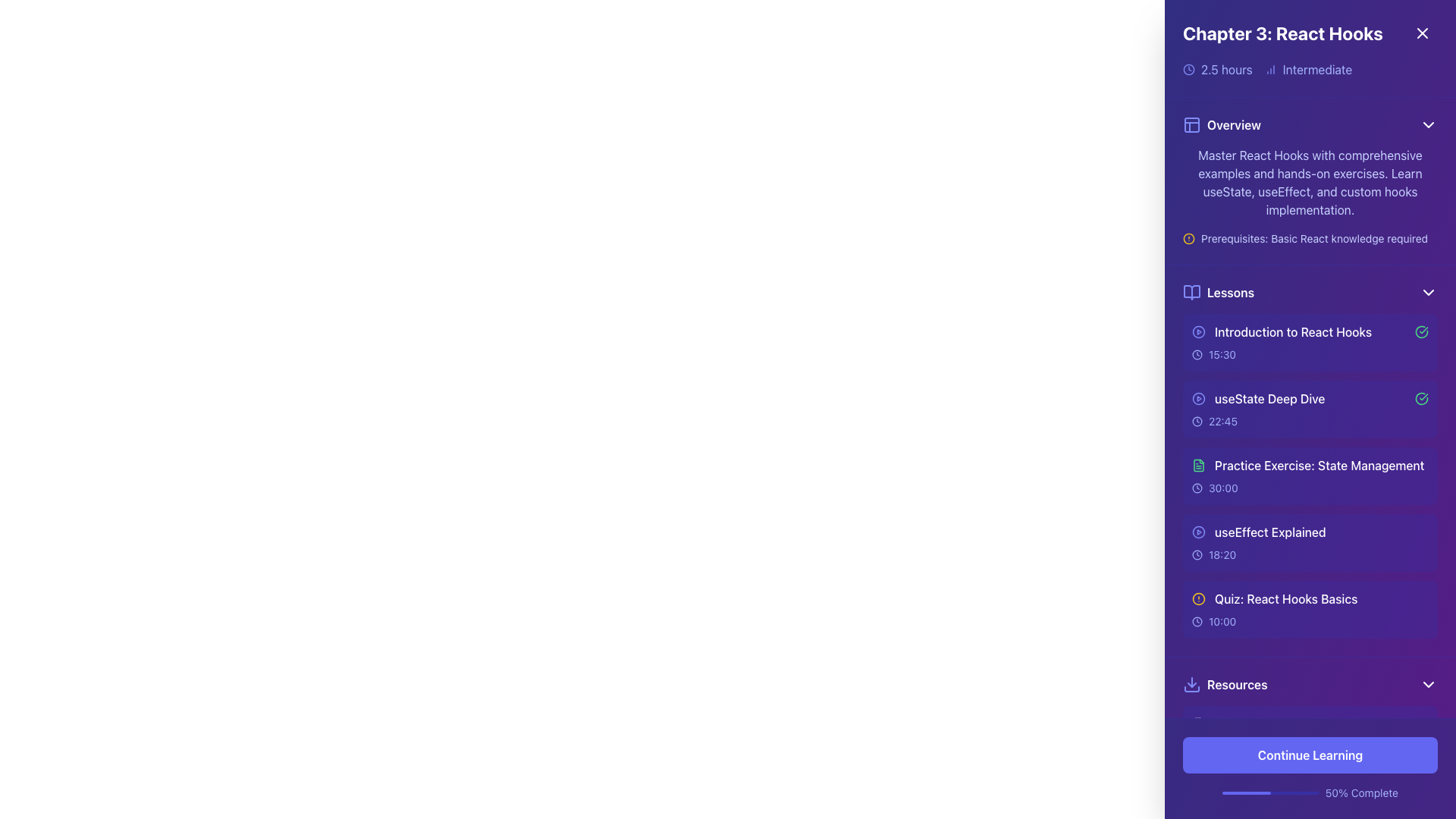 The image size is (1456, 819). What do you see at coordinates (1197, 464) in the screenshot?
I see `the green file-like icon with a folded corner at the top-right, associated with the 'Practice Exercise: State Management' item in the 'Lessons' section` at bounding box center [1197, 464].